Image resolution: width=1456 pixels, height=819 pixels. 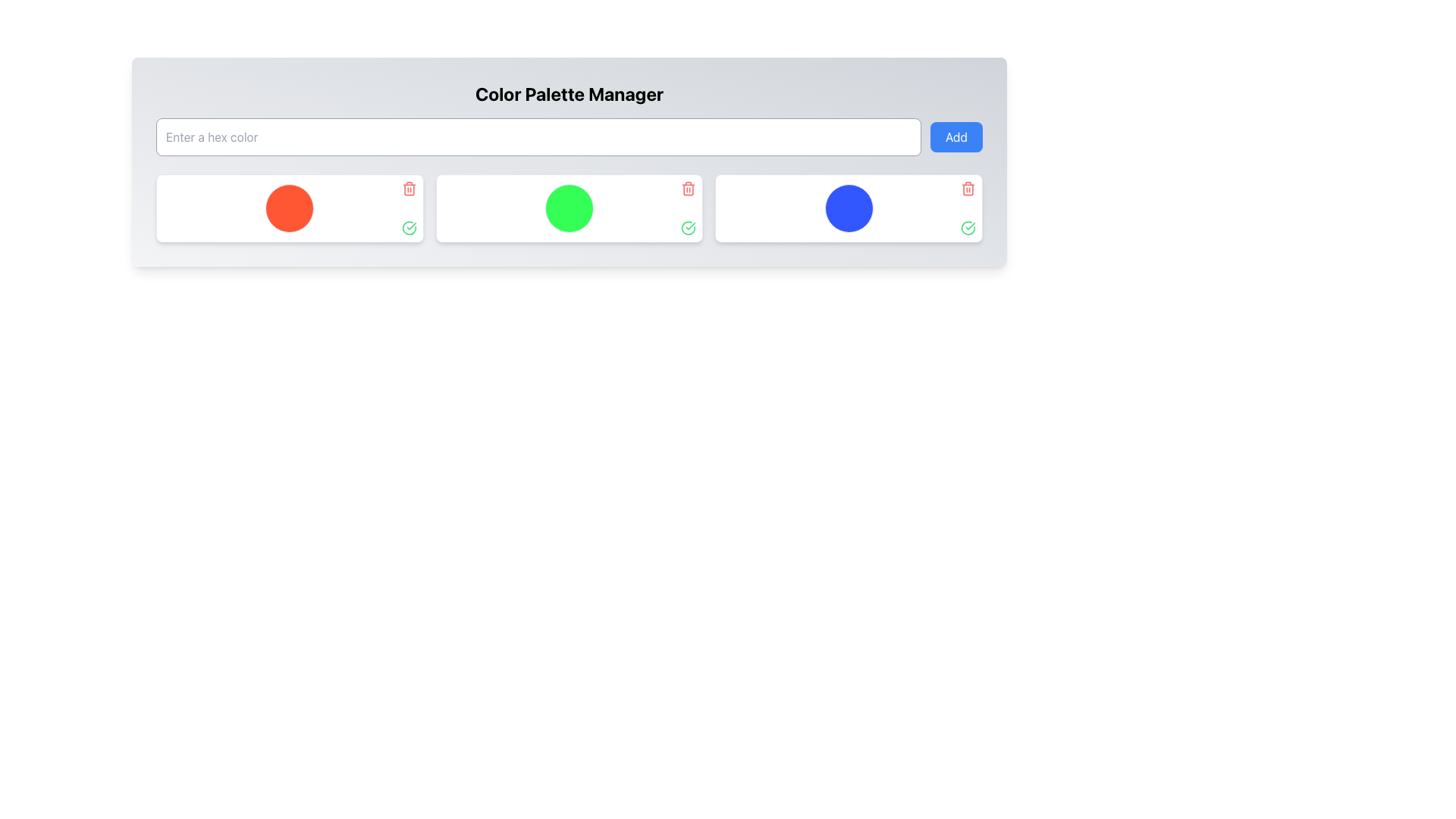 What do you see at coordinates (688, 227) in the screenshot?
I see `the confirmation icon located at the bottom-right corner of the green color card in a row of three cards` at bounding box center [688, 227].